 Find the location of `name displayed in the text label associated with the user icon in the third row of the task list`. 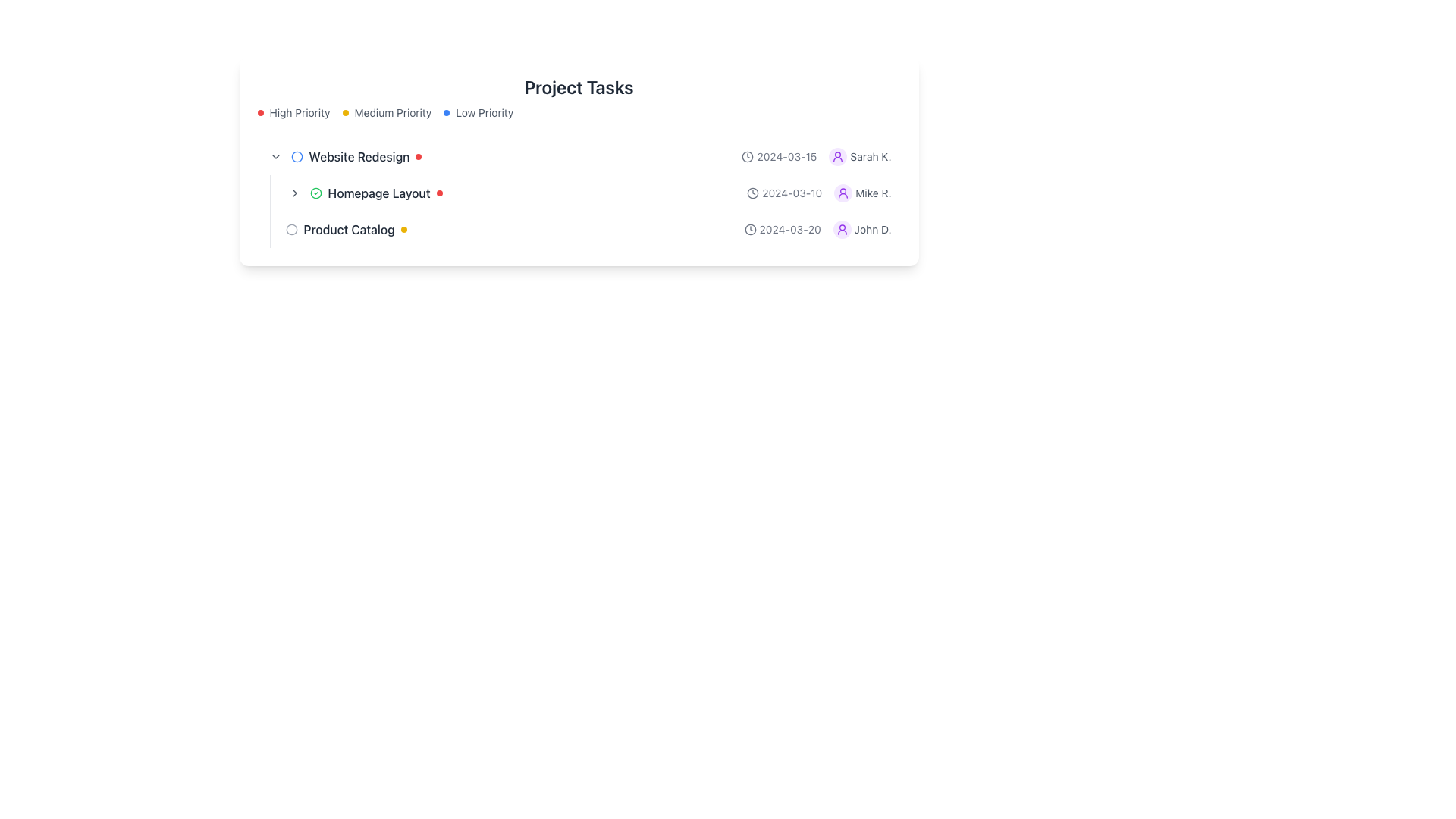

name displayed in the text label associated with the user icon in the third row of the task list is located at coordinates (871, 157).